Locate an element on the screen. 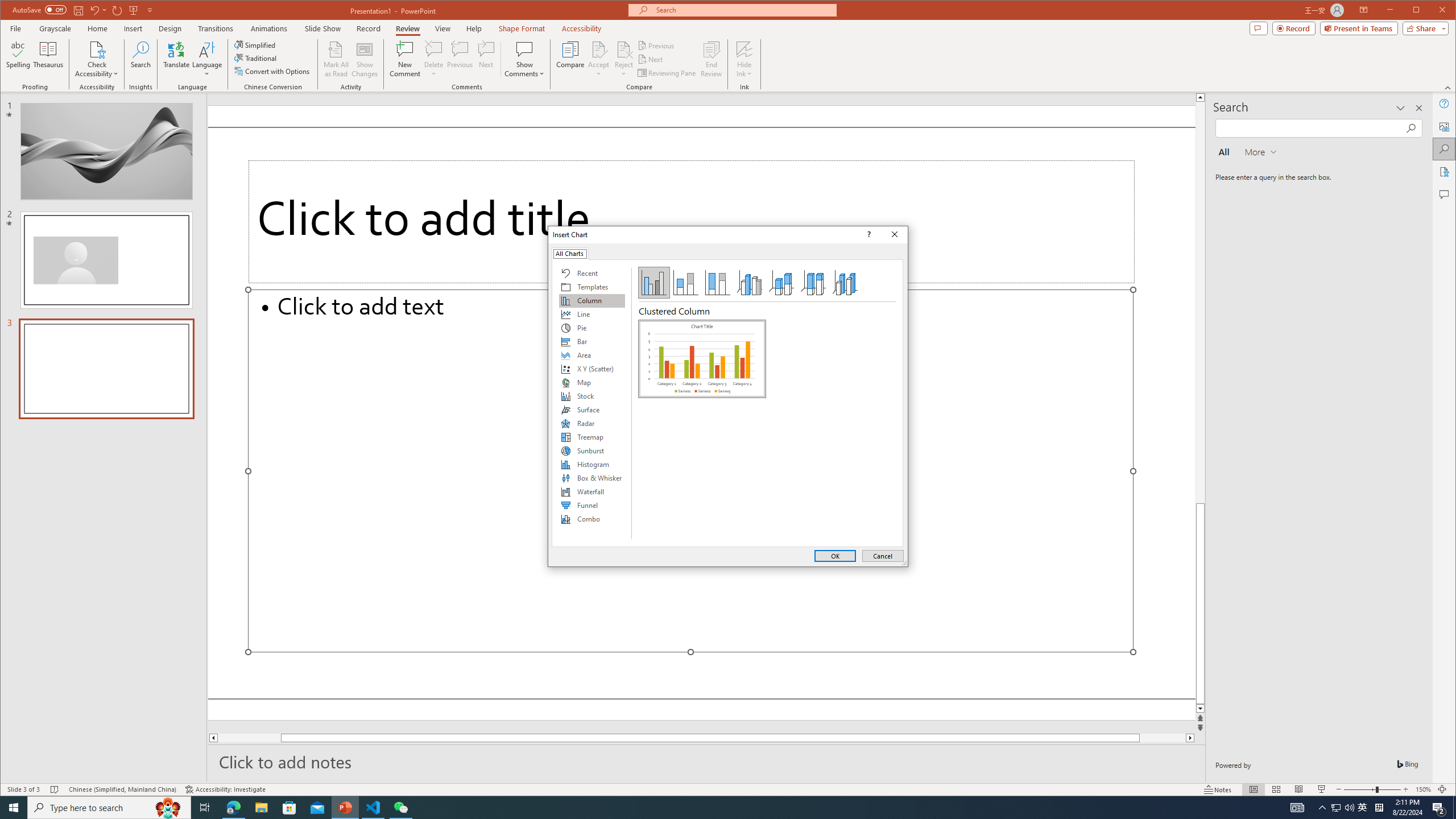  'Accept Change' is located at coordinates (598, 48).